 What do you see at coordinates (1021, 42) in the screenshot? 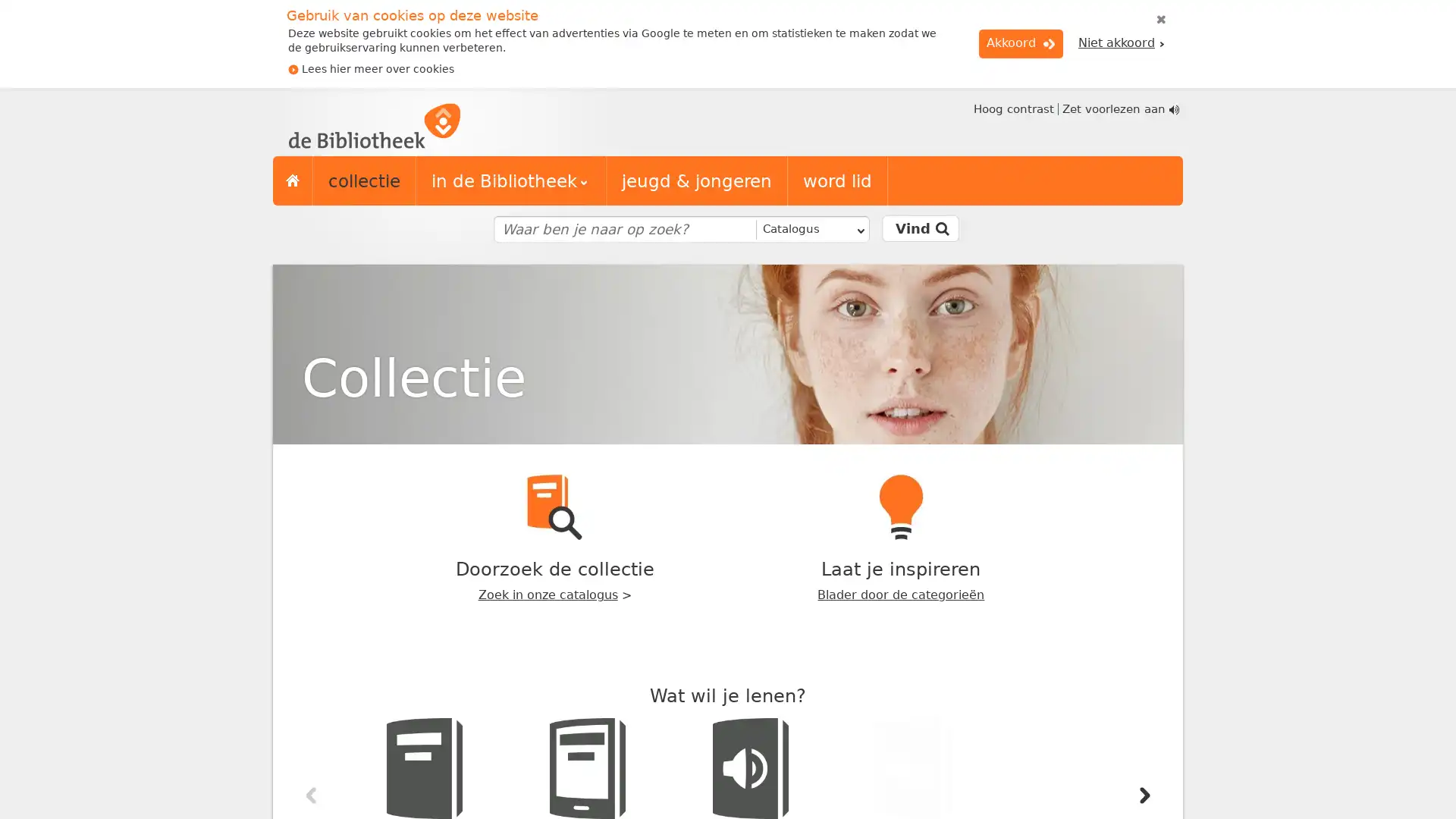
I see `Akkoord` at bounding box center [1021, 42].